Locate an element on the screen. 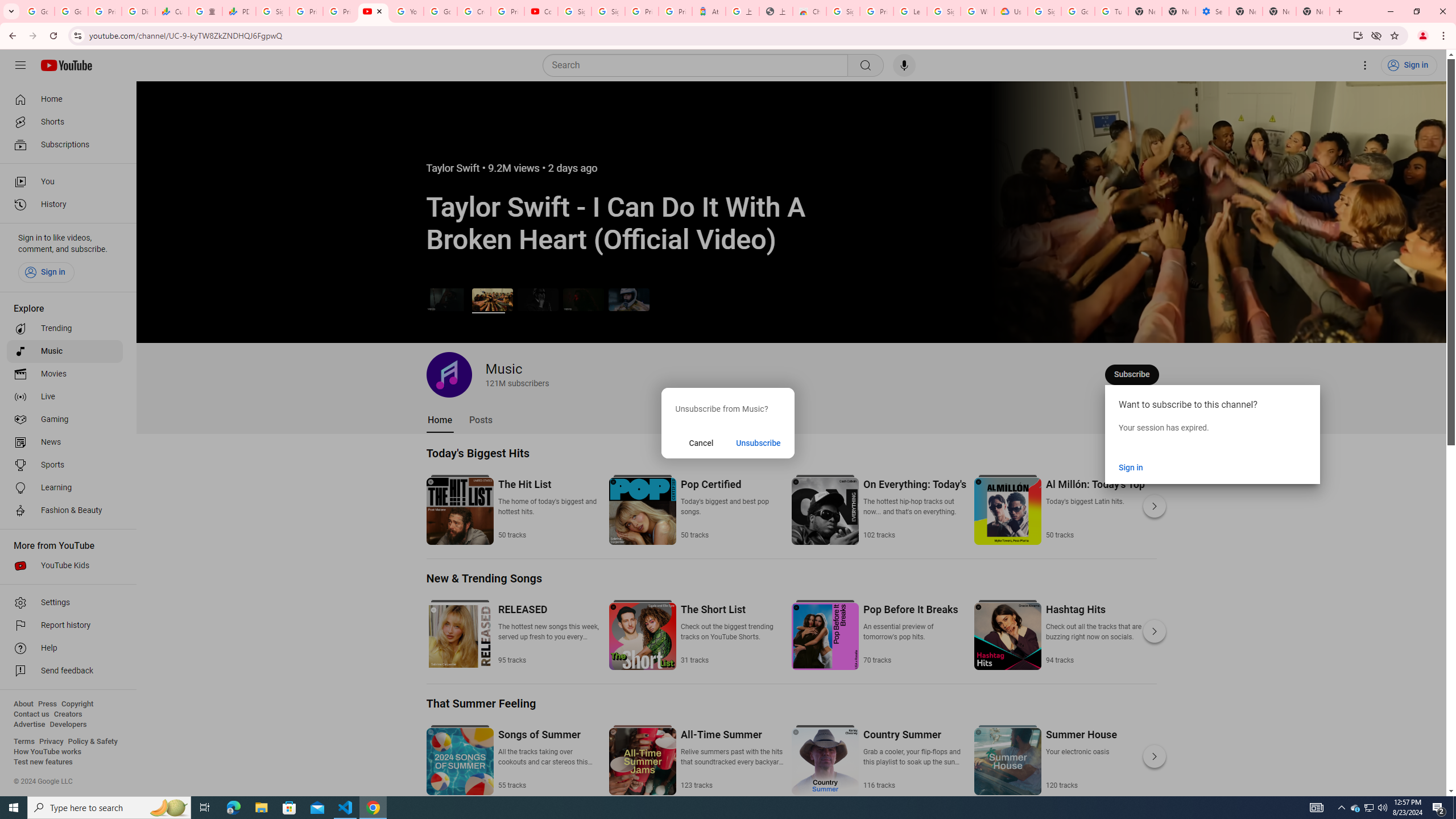 This screenshot has width=1456, height=819. 'Sports' is located at coordinates (64, 464).